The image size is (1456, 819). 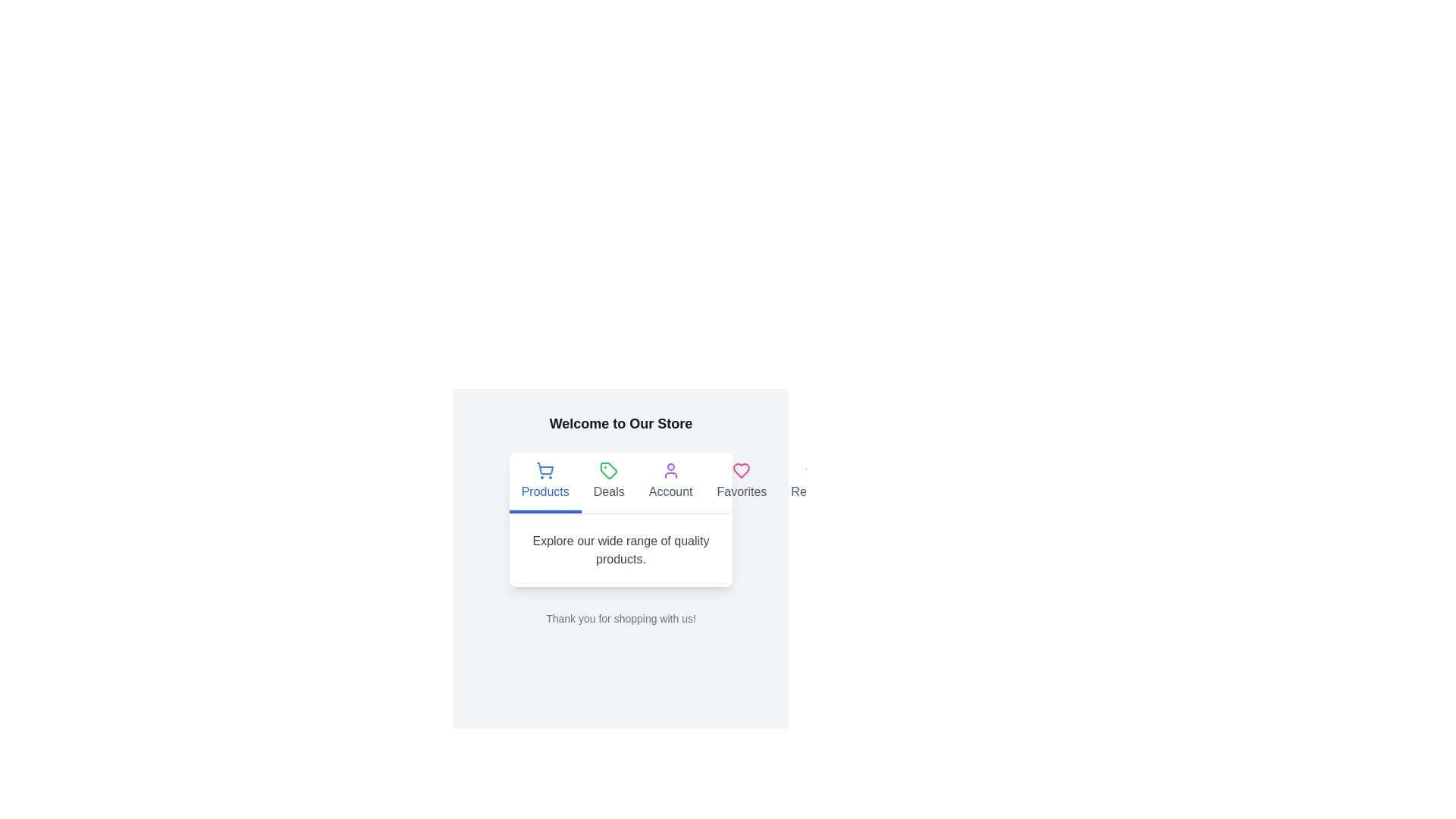 I want to click on the fourth navigation link, so click(x=742, y=482).